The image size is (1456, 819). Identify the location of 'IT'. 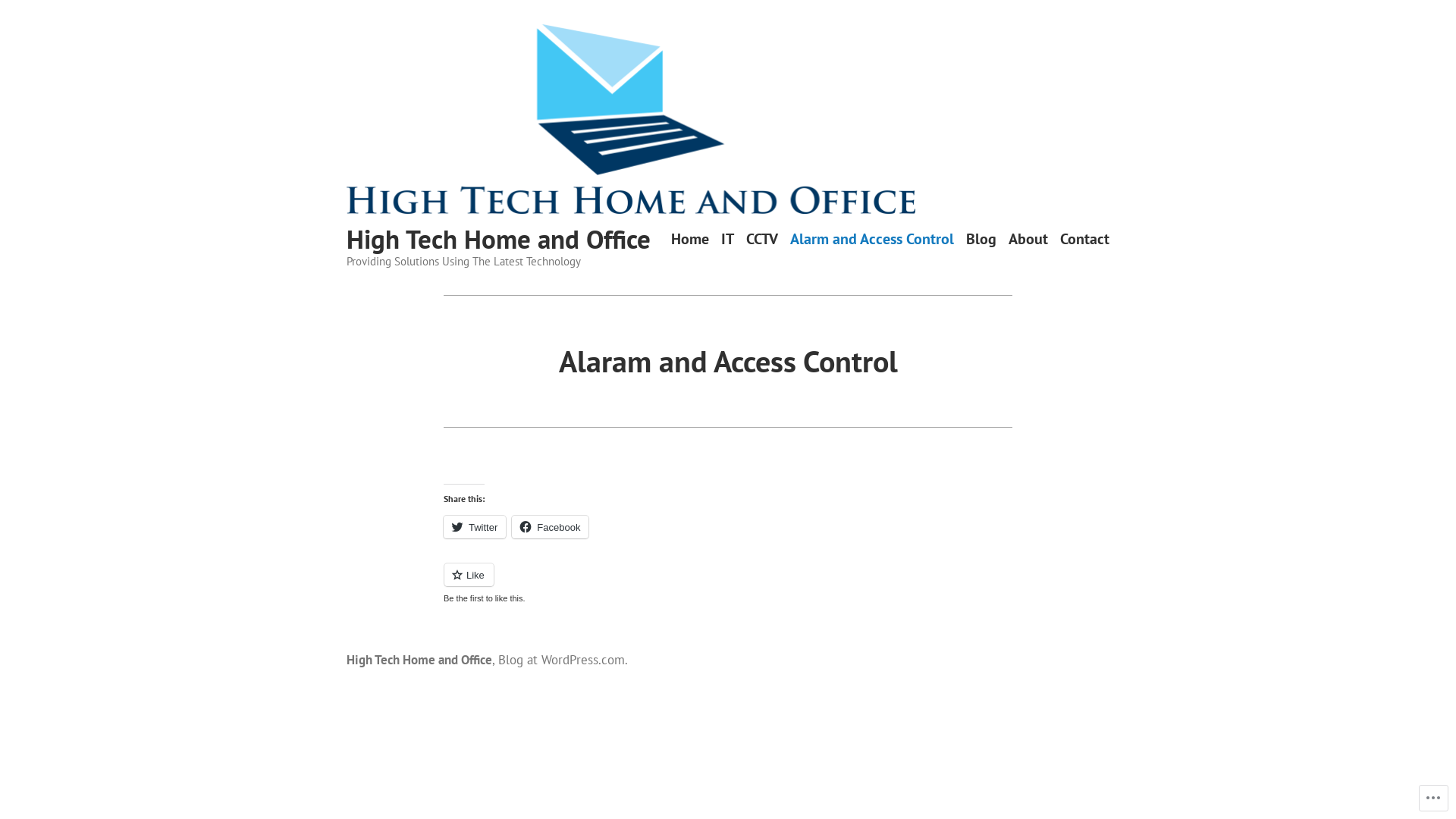
(726, 239).